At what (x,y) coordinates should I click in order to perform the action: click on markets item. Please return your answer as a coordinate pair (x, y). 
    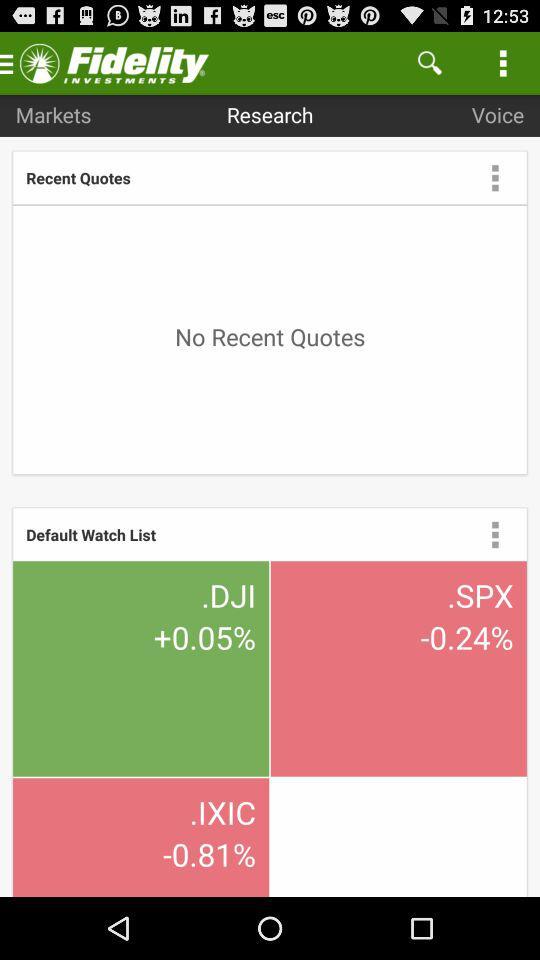
    Looking at the image, I should click on (53, 114).